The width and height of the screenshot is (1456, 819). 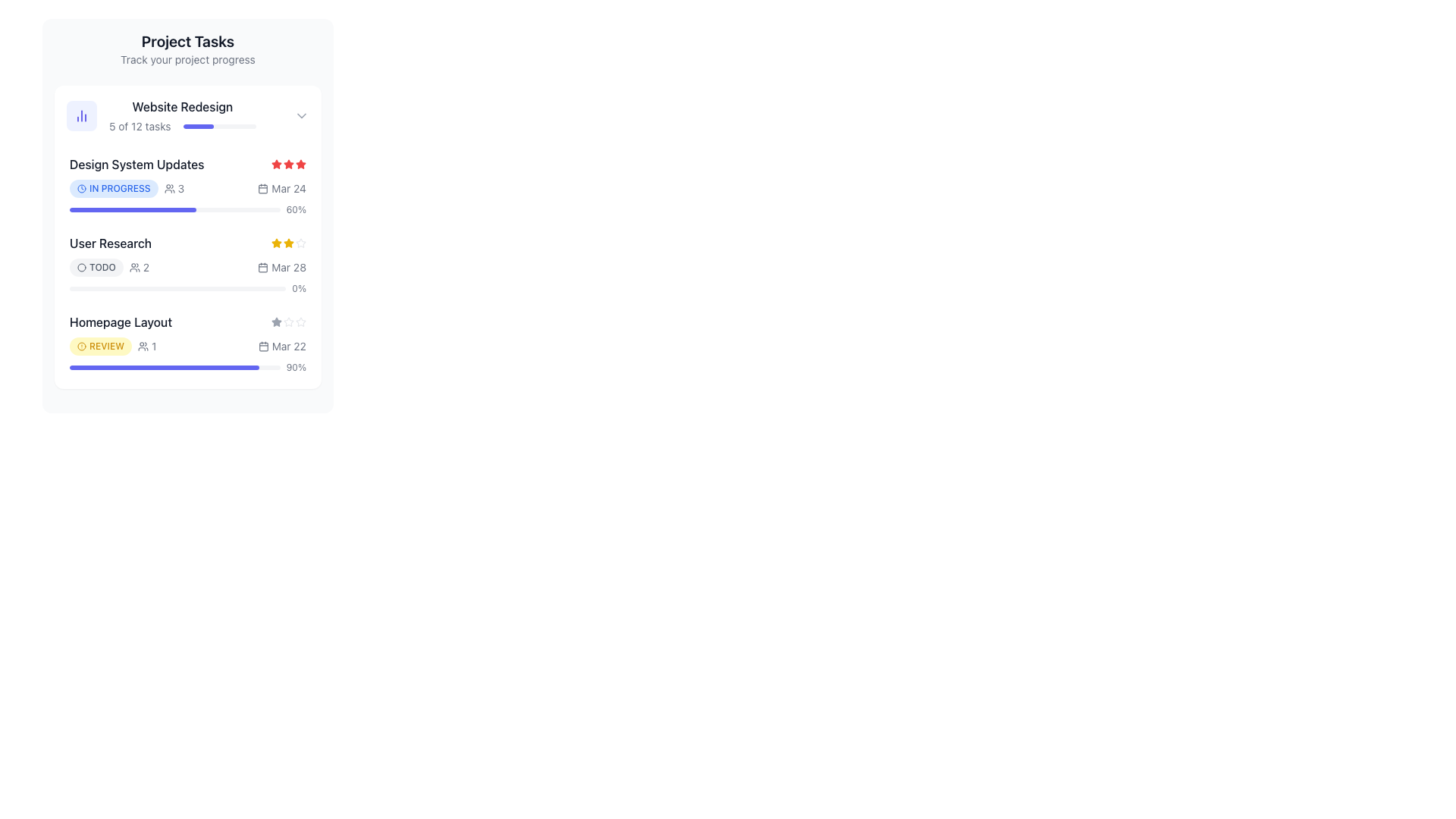 I want to click on the fifth red star icon in the horizontal row next to the 'Design System Updates' section in the task progress list, so click(x=301, y=164).